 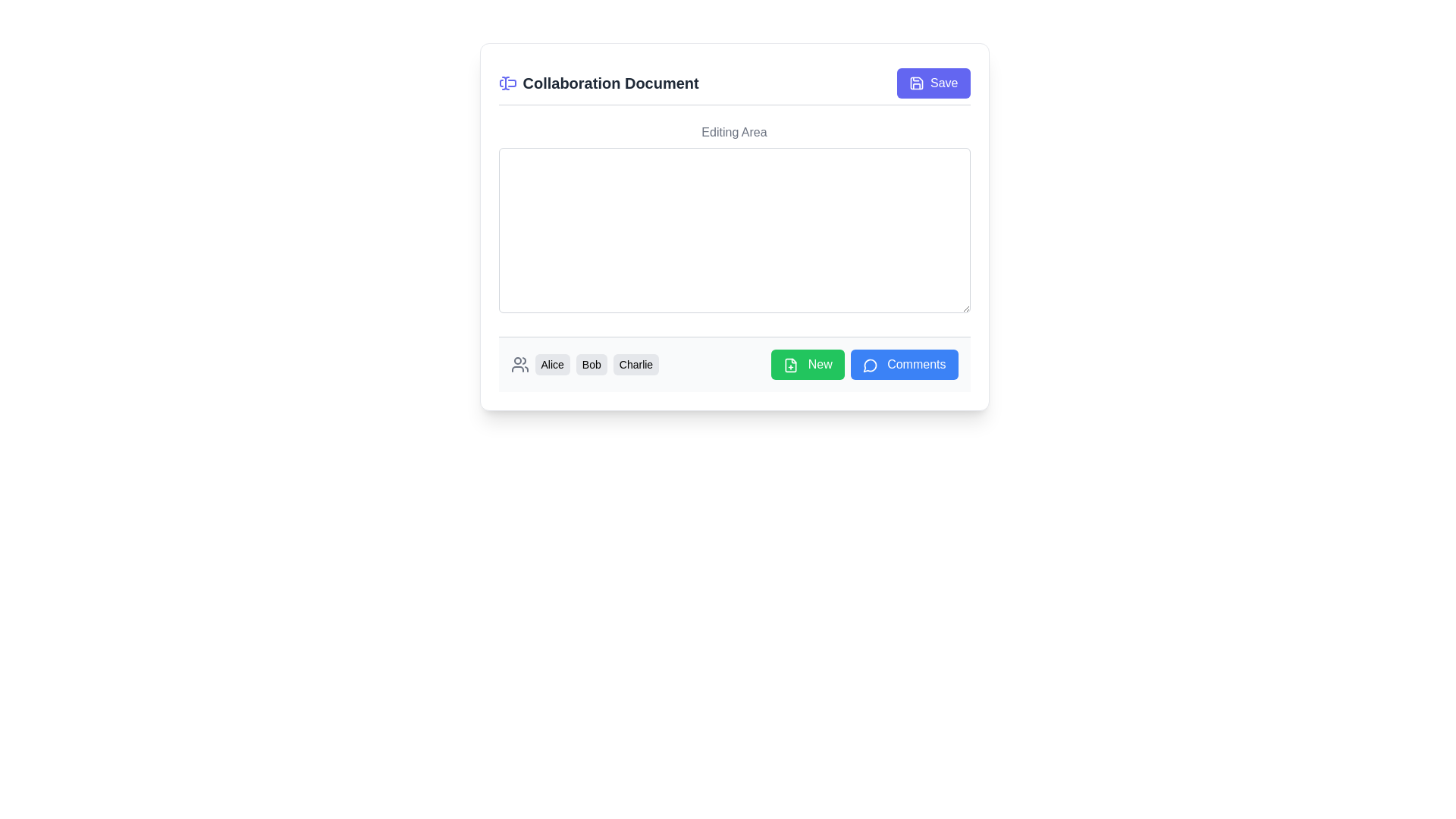 I want to click on the circular speech bubble icon with a blue outline located to the left of the 'Comments' text in the button, so click(x=870, y=365).